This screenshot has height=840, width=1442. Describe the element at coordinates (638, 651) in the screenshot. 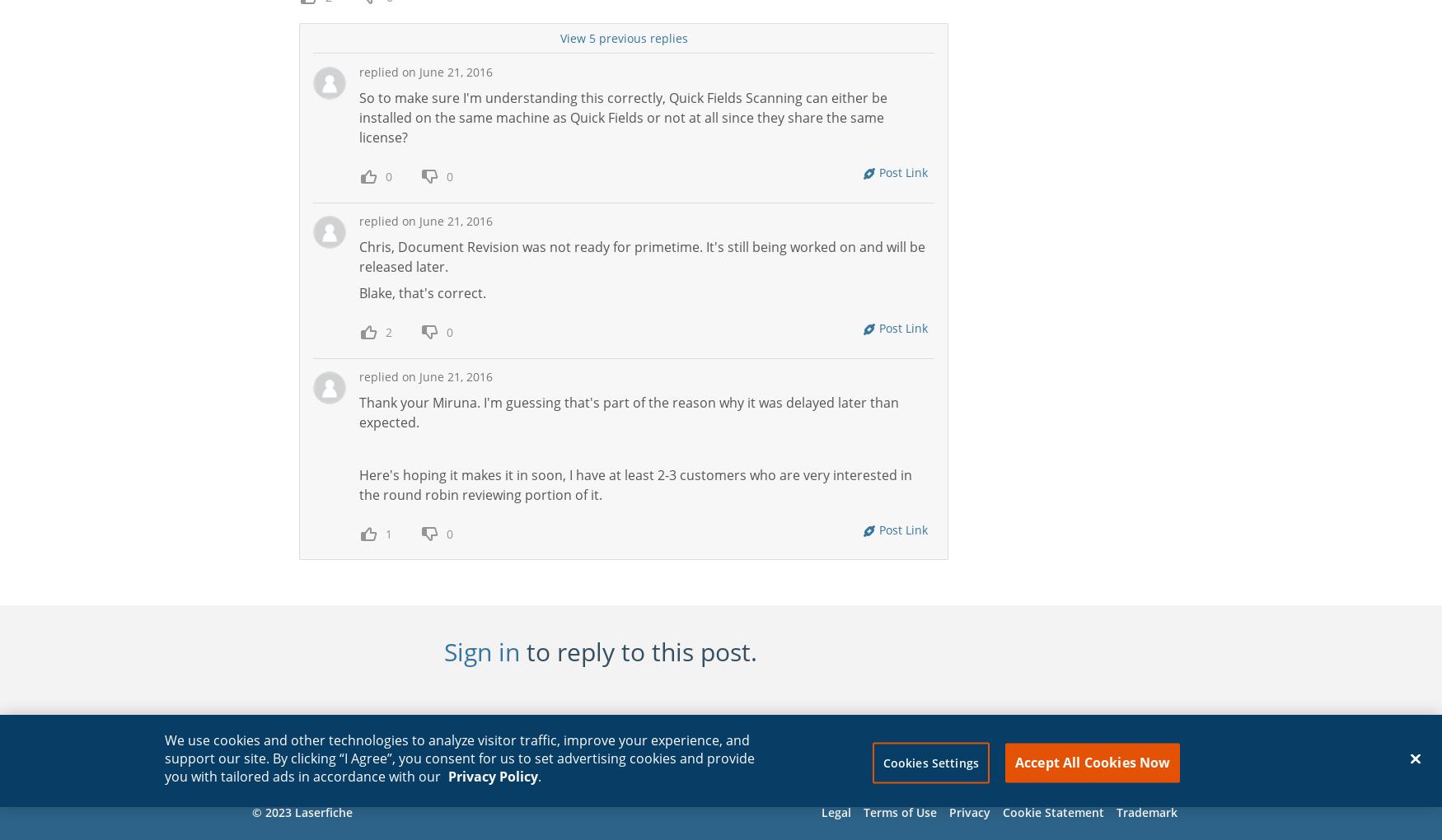

I see `'to reply to this post.'` at that location.